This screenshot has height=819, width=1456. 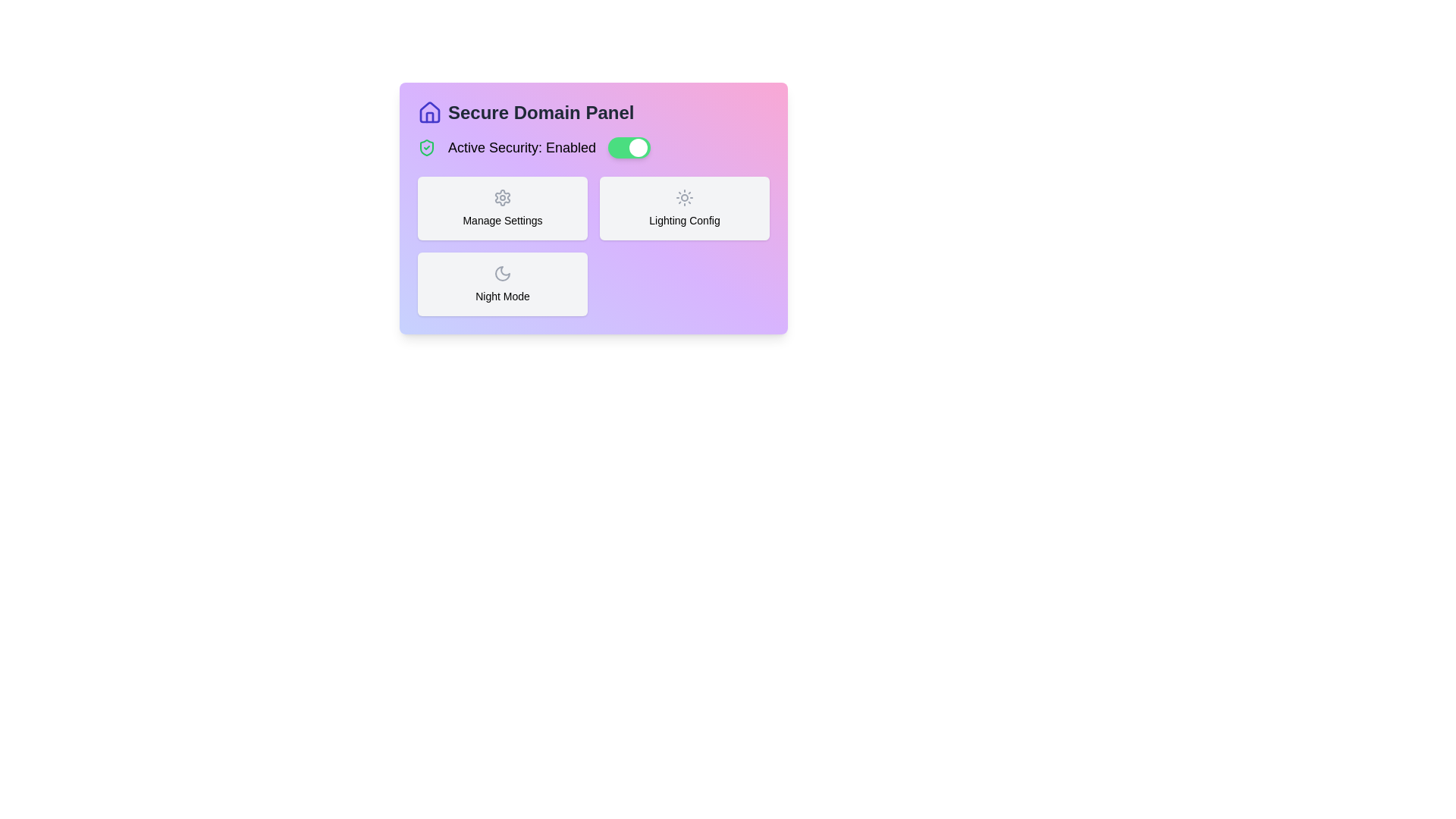 I want to click on the settings management button located in the top-left corner of the 2x2 grid for keyboard interactions, so click(x=502, y=208).